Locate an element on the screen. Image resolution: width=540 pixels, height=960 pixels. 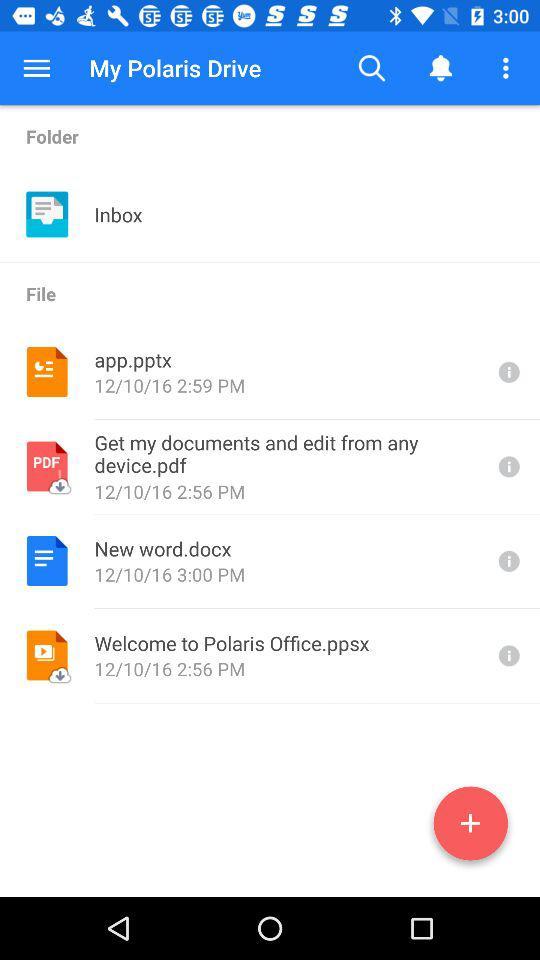
more information is located at coordinates (507, 466).